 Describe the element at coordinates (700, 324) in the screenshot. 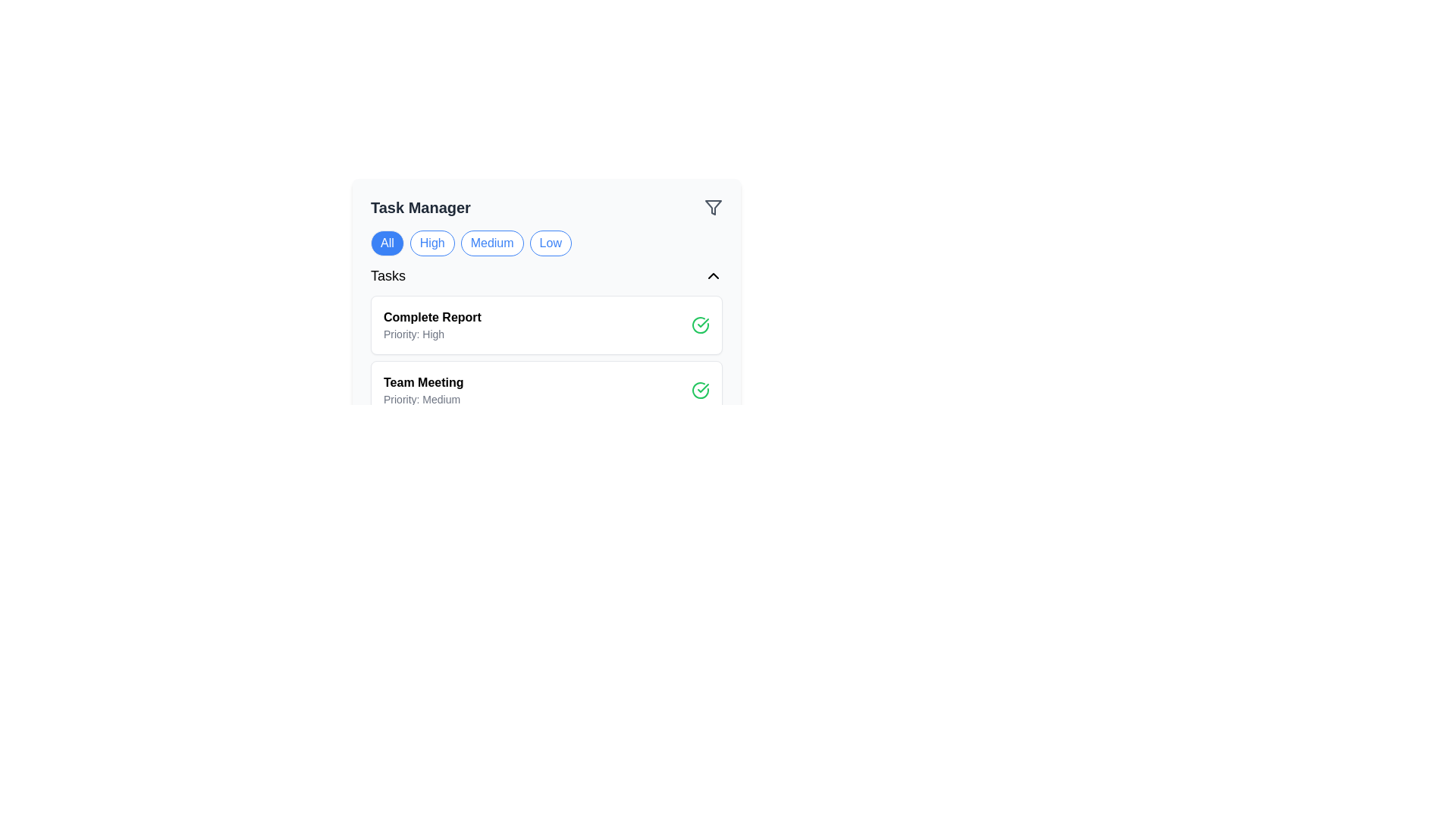

I see `the check mark icon indicating the completion status of the 'Team Meeting' task, which is the second task item icon in the list view` at that location.